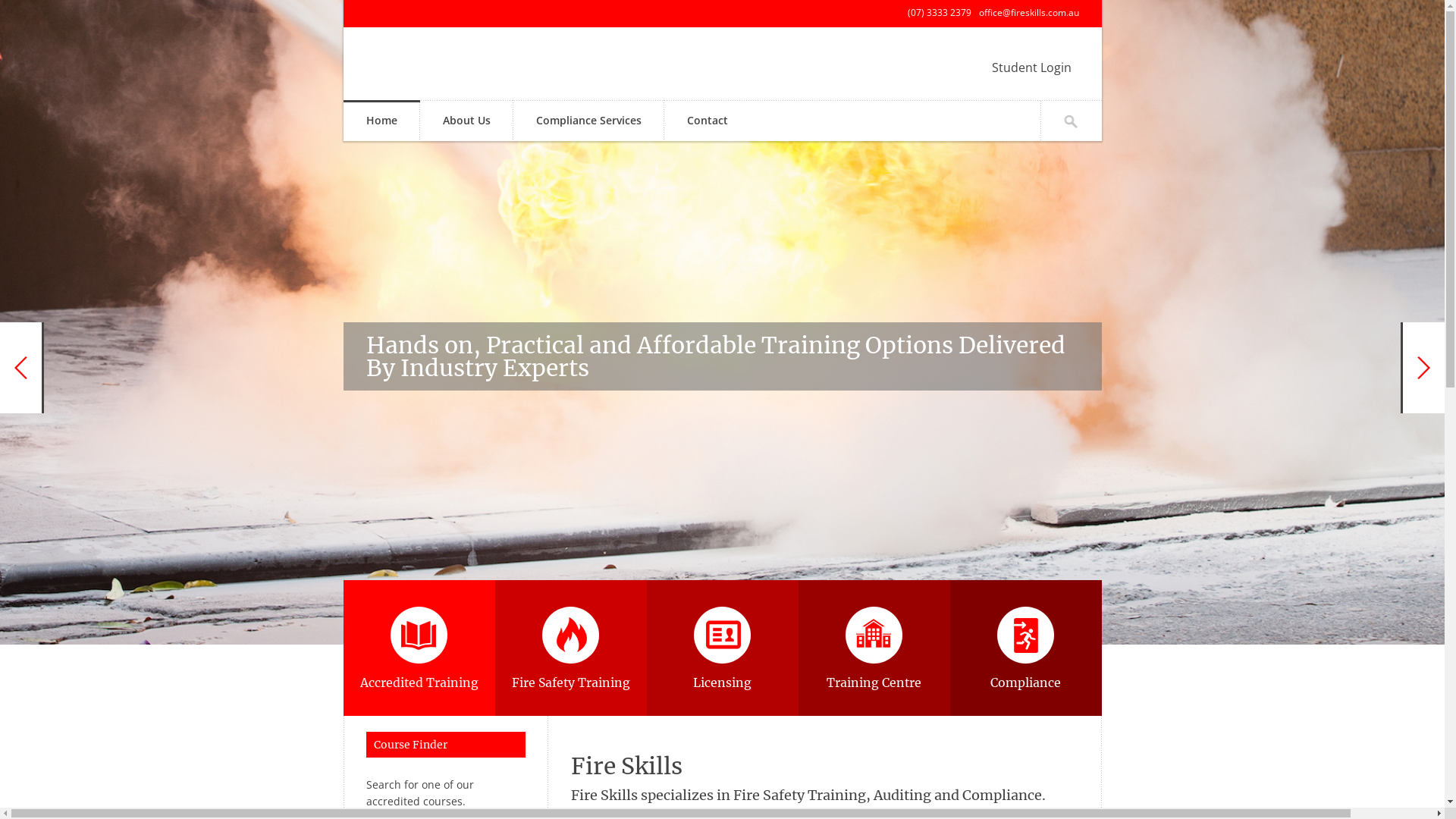 The height and width of the screenshot is (819, 1456). Describe the element at coordinates (1031, 66) in the screenshot. I see `'Student Login'` at that location.